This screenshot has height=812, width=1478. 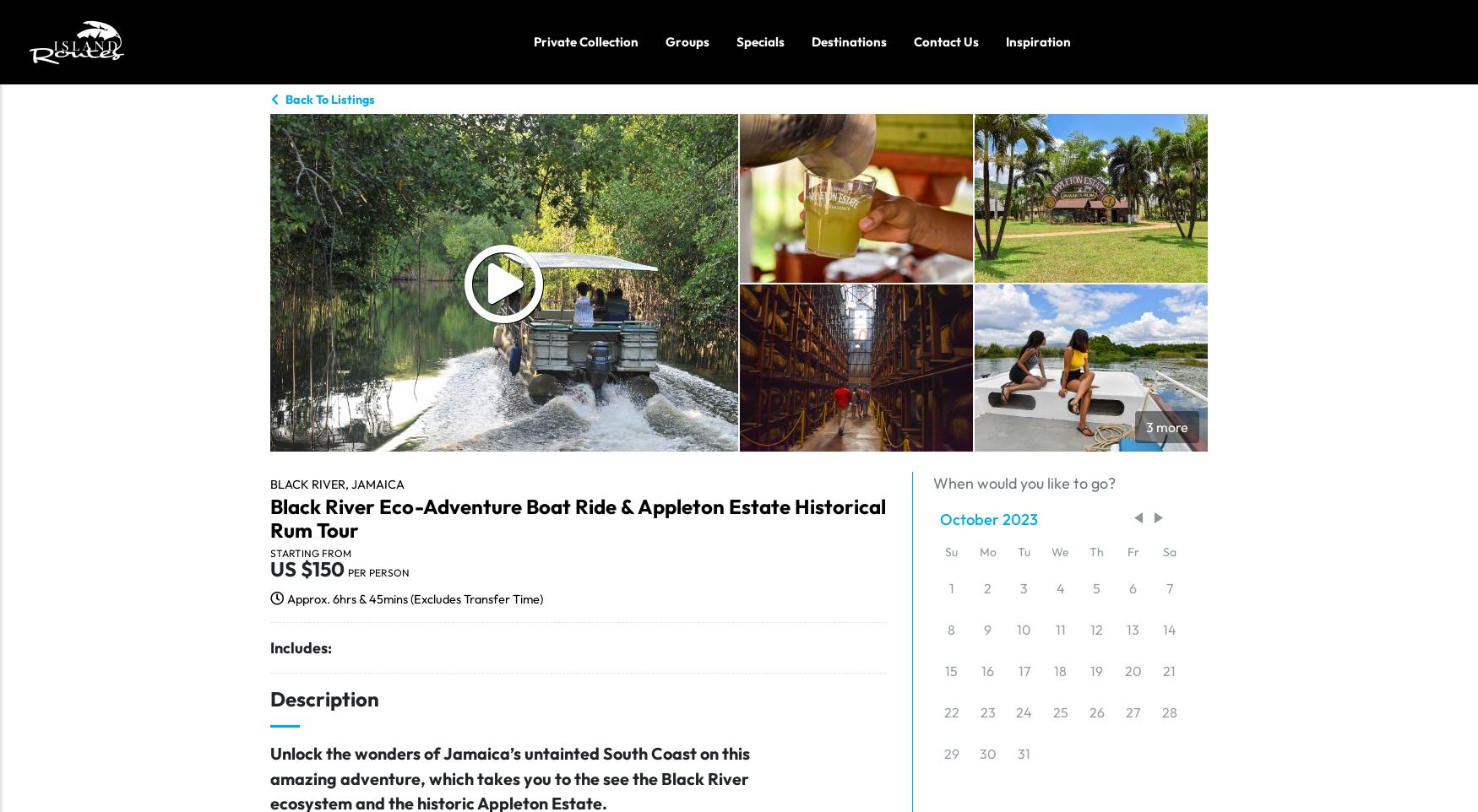 What do you see at coordinates (1133, 587) in the screenshot?
I see `'6'` at bounding box center [1133, 587].